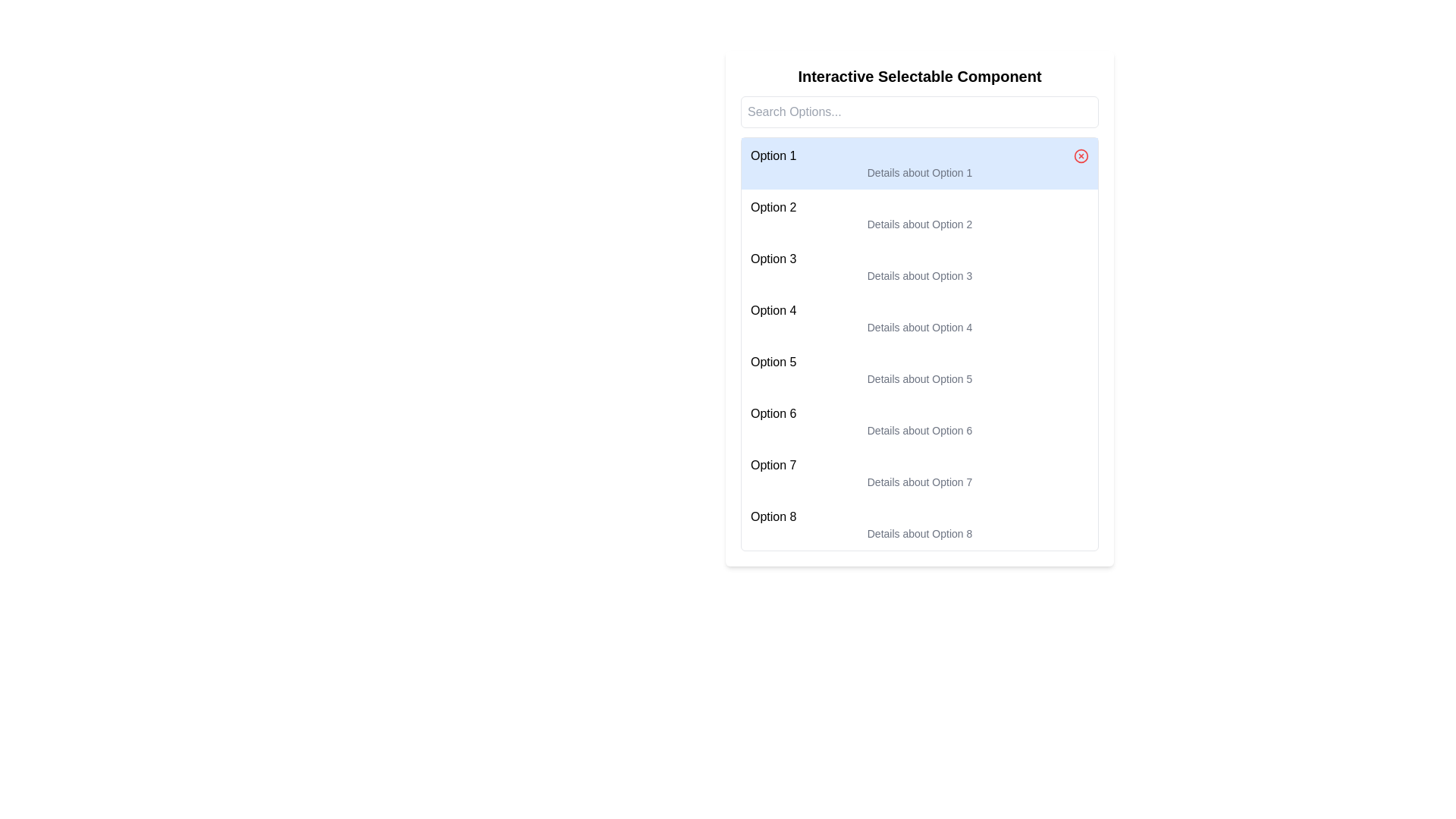 The width and height of the screenshot is (1456, 819). I want to click on the list item containing bold text 'Option 2', so click(919, 215).